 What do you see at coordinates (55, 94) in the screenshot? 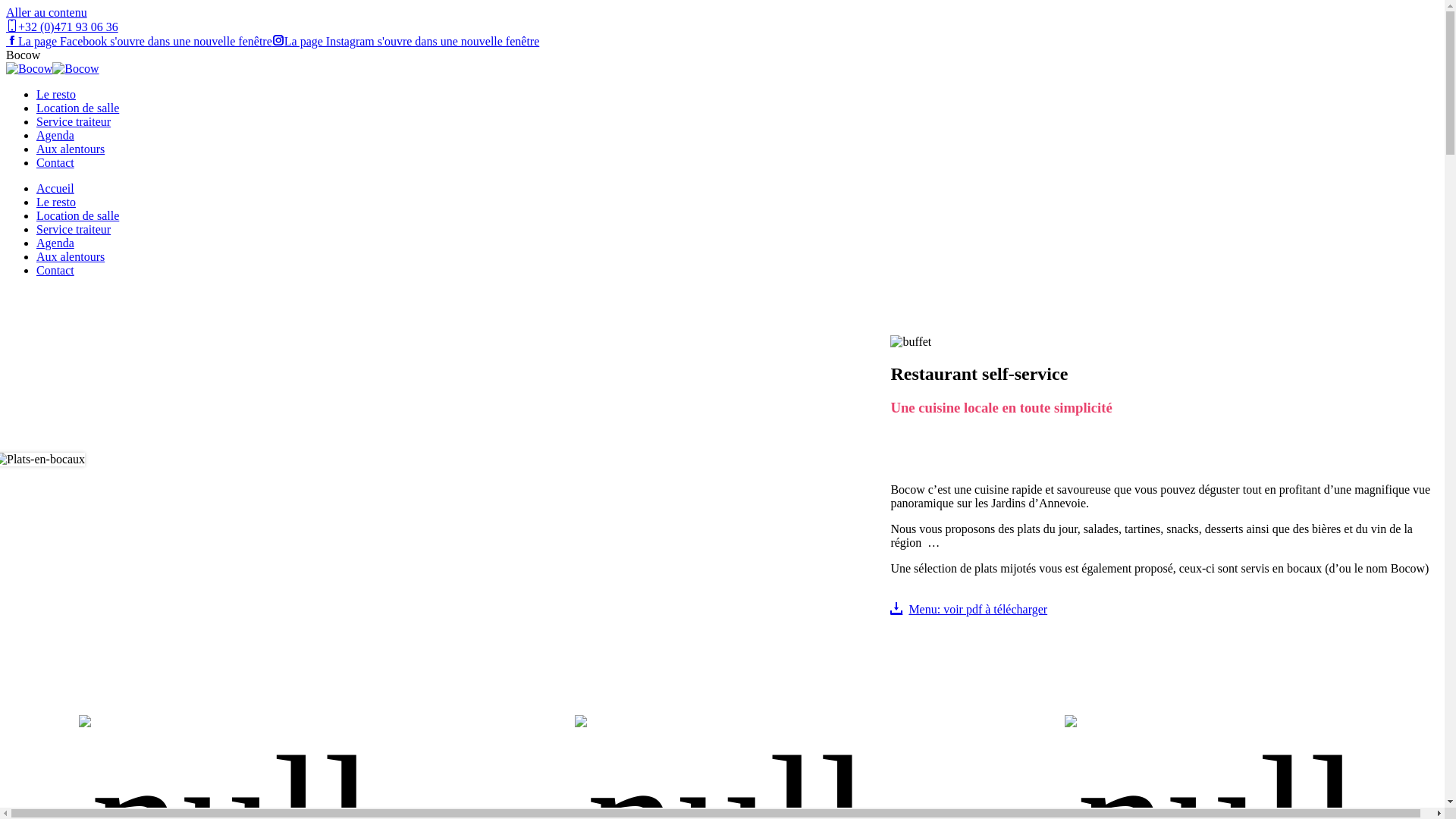
I see `'Le resto'` at bounding box center [55, 94].